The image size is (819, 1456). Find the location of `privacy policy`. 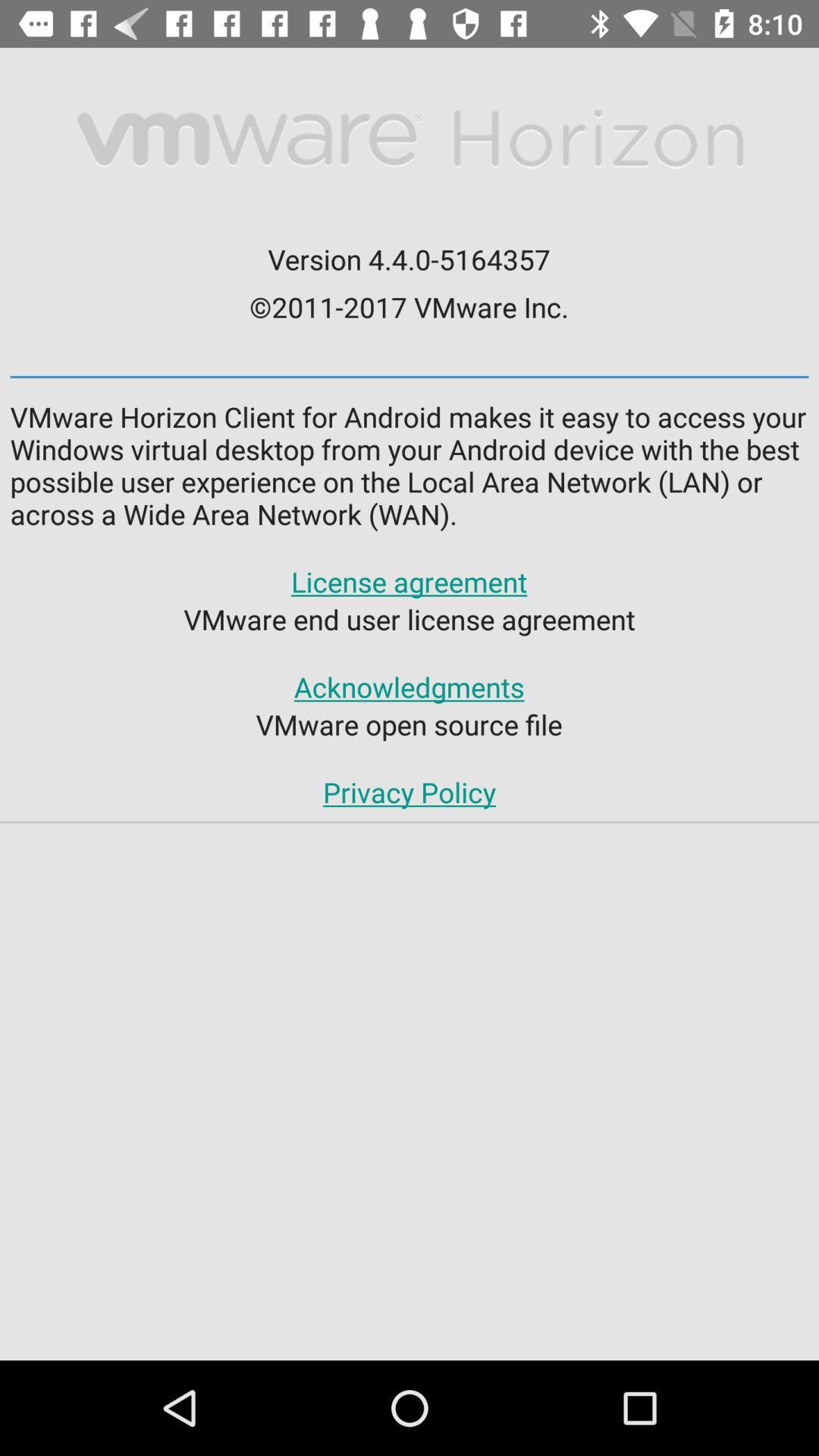

privacy policy is located at coordinates (409, 791).